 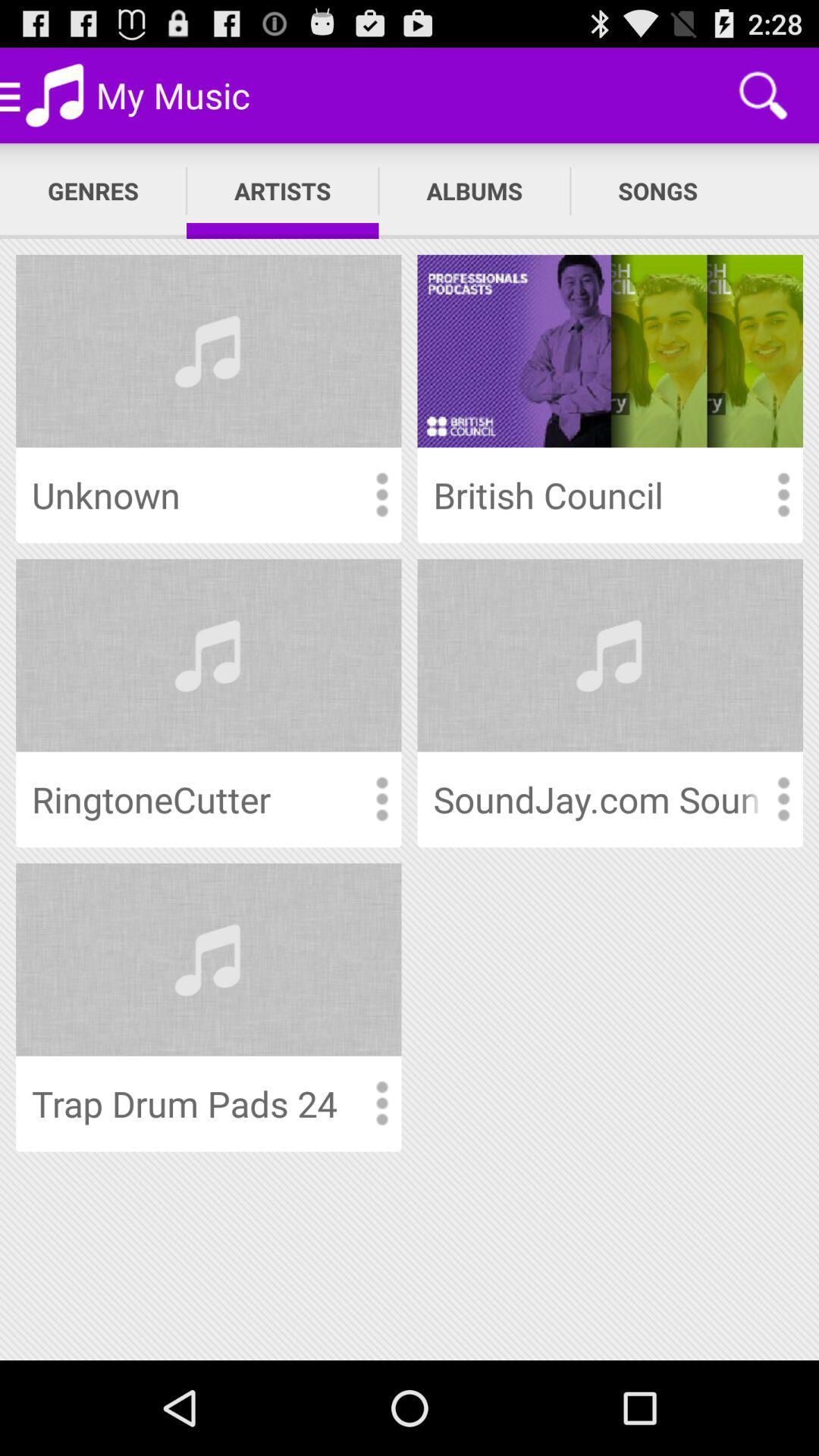 What do you see at coordinates (381, 1103) in the screenshot?
I see `information view option` at bounding box center [381, 1103].